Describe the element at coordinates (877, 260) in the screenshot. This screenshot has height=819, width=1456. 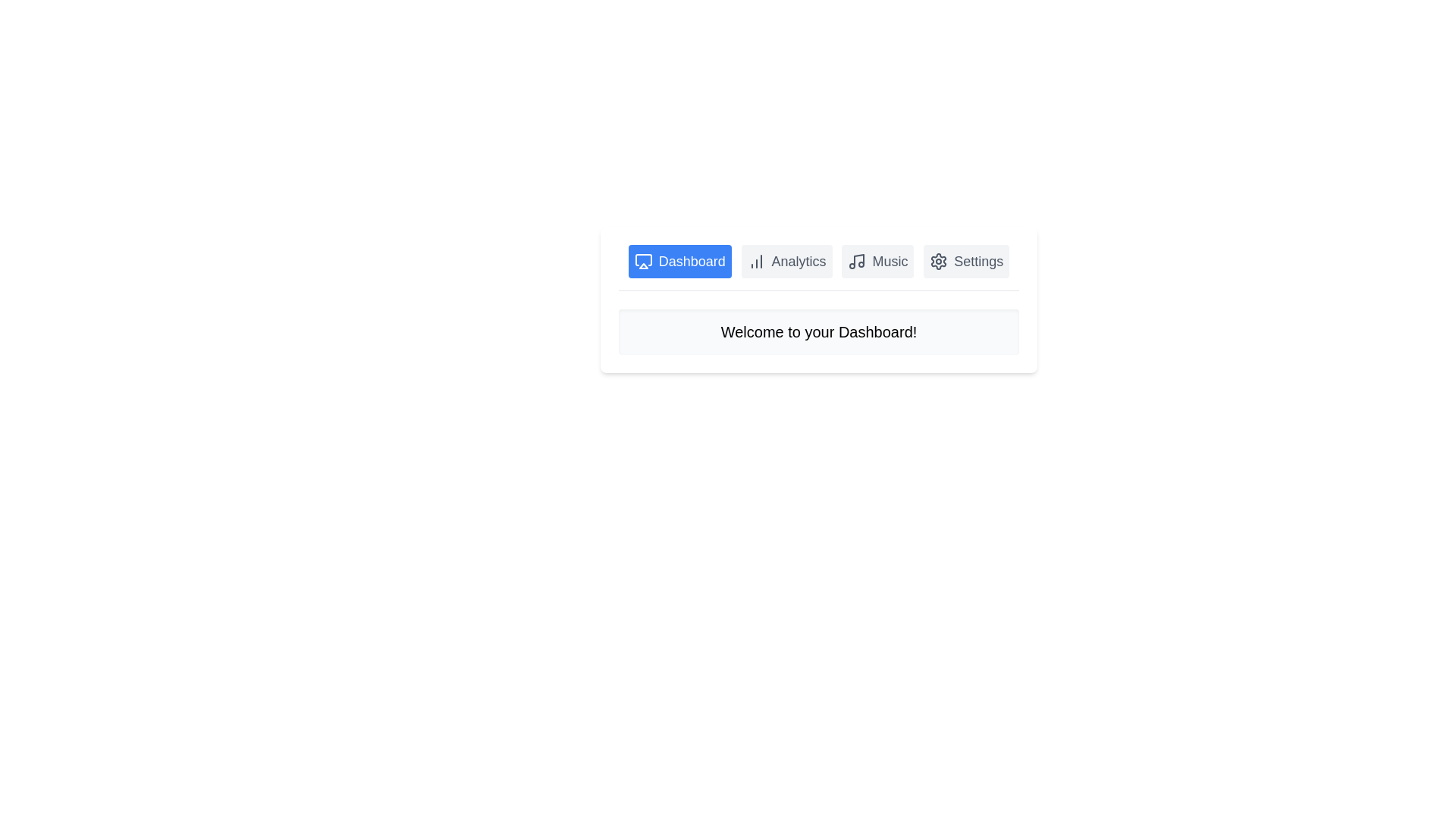
I see `the 'Music' button, which is the third button from the left in the navigation bar, to trigger its visual hover effect` at that location.